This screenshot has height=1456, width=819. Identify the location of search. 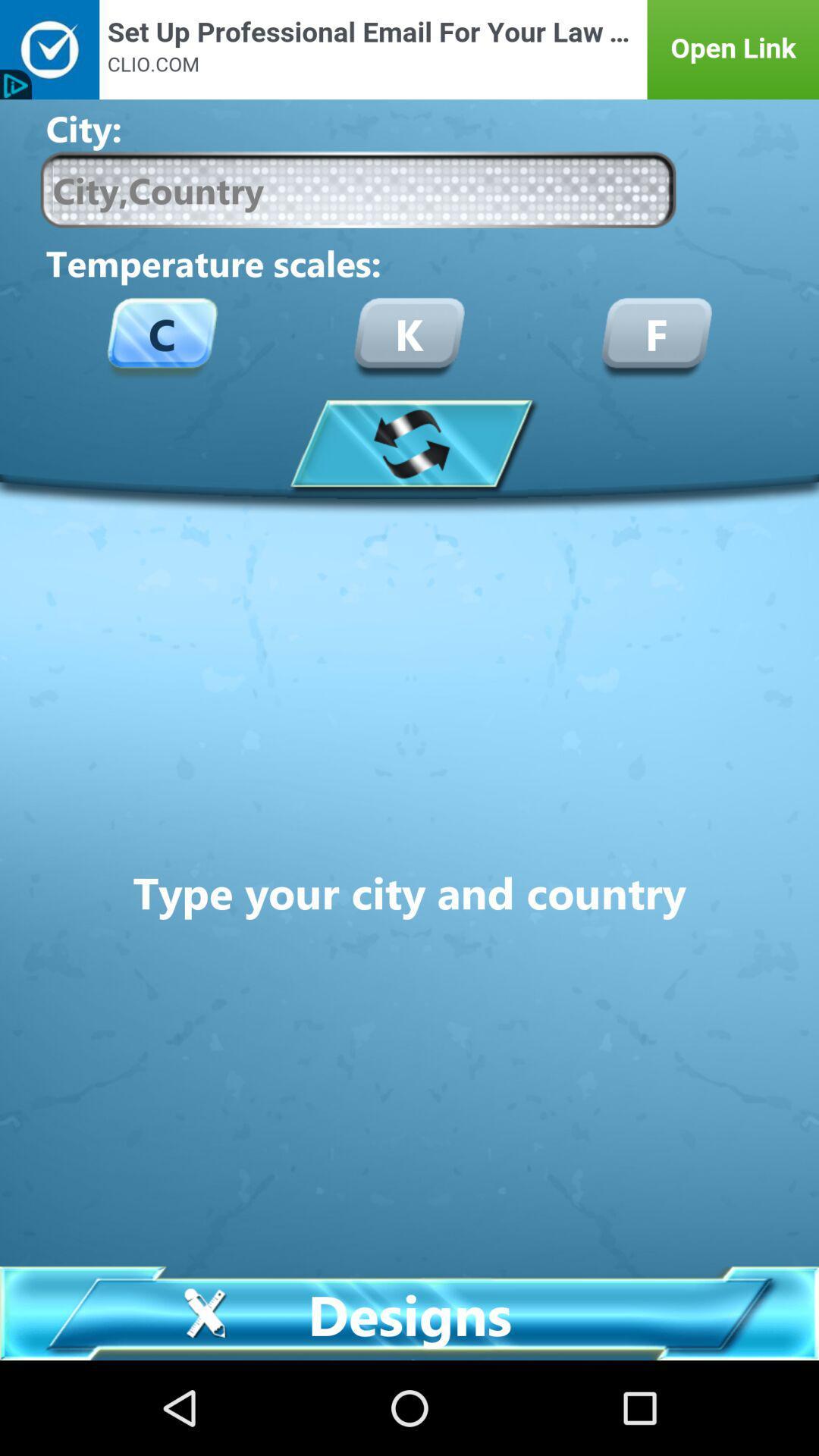
(358, 189).